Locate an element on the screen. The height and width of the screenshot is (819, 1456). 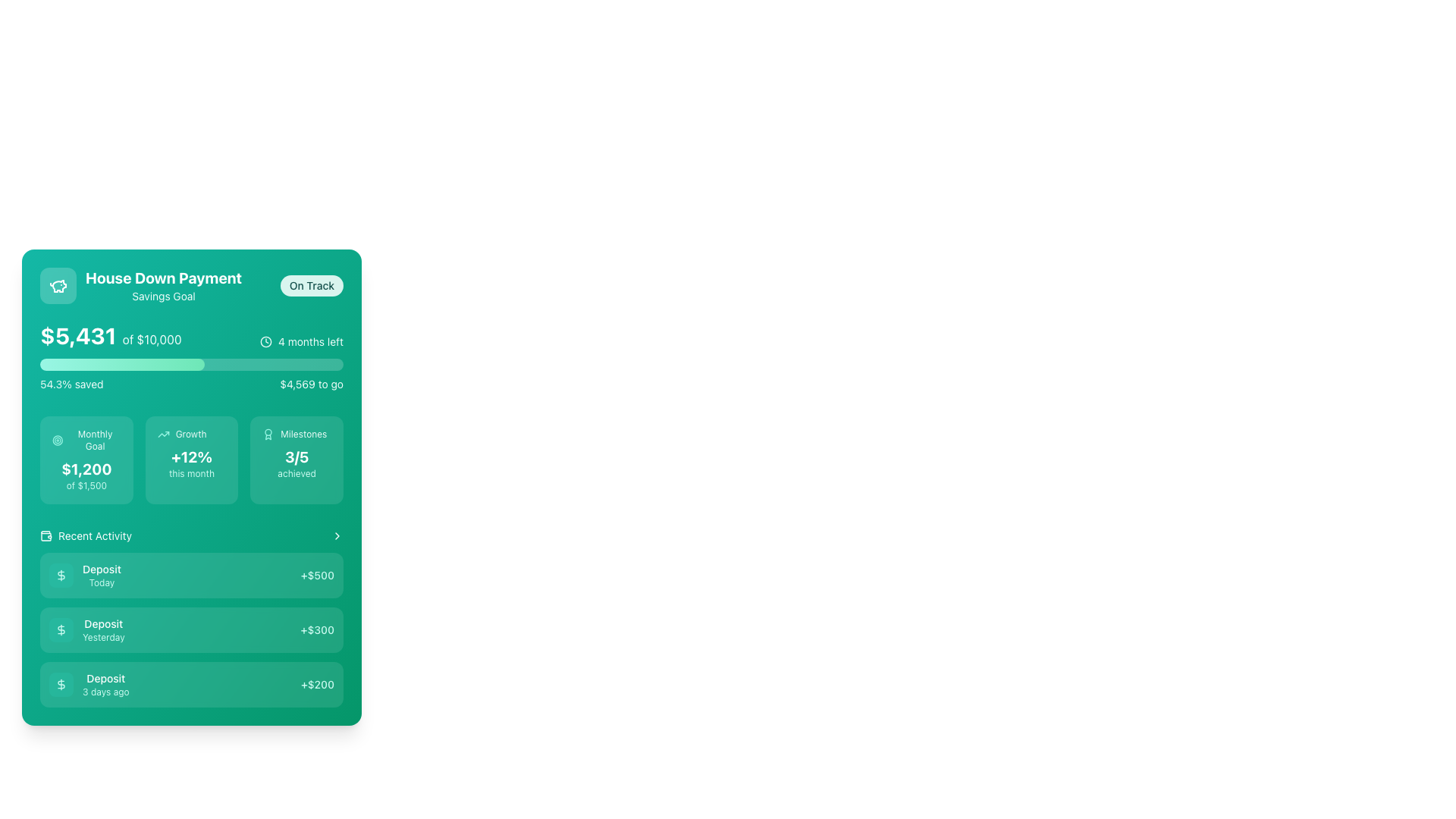
text of the descriptive label located directly below the 'House Down Payment' heading, which serves as additional context for the section is located at coordinates (164, 296).